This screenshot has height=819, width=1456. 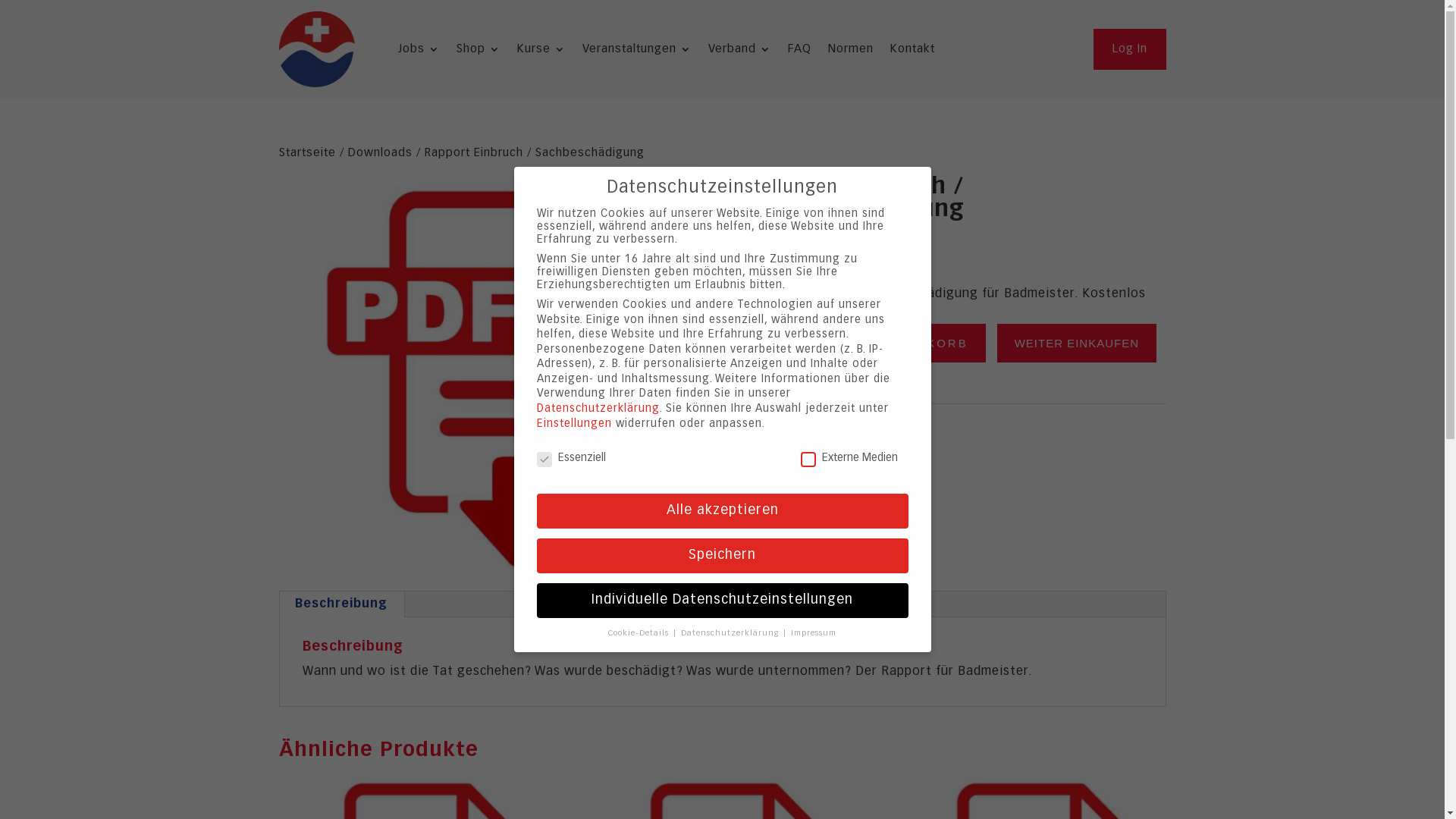 What do you see at coordinates (379, 152) in the screenshot?
I see `'Downloads'` at bounding box center [379, 152].